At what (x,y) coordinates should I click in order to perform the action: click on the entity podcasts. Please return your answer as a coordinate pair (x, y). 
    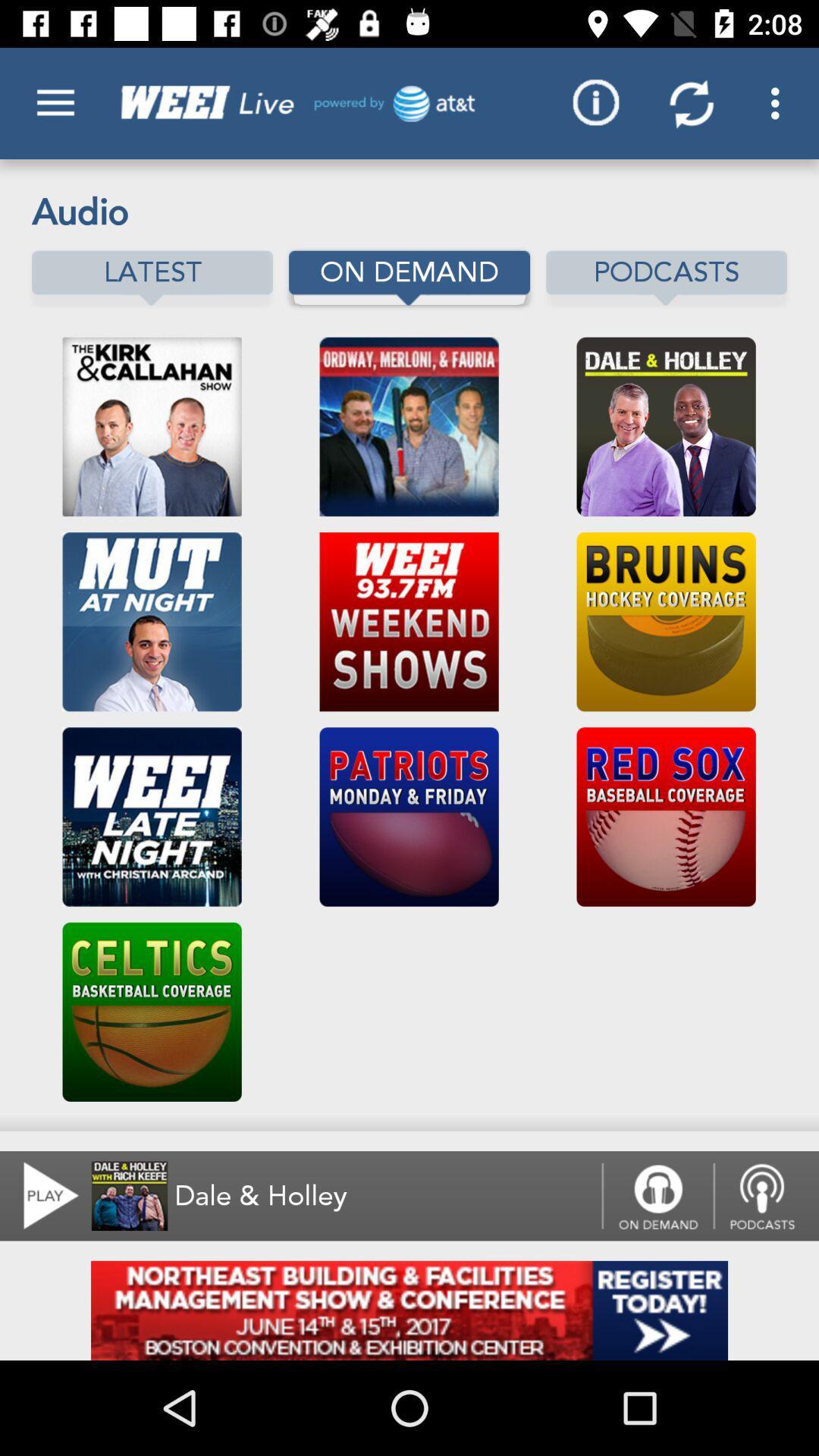
    Looking at the image, I should click on (666, 278).